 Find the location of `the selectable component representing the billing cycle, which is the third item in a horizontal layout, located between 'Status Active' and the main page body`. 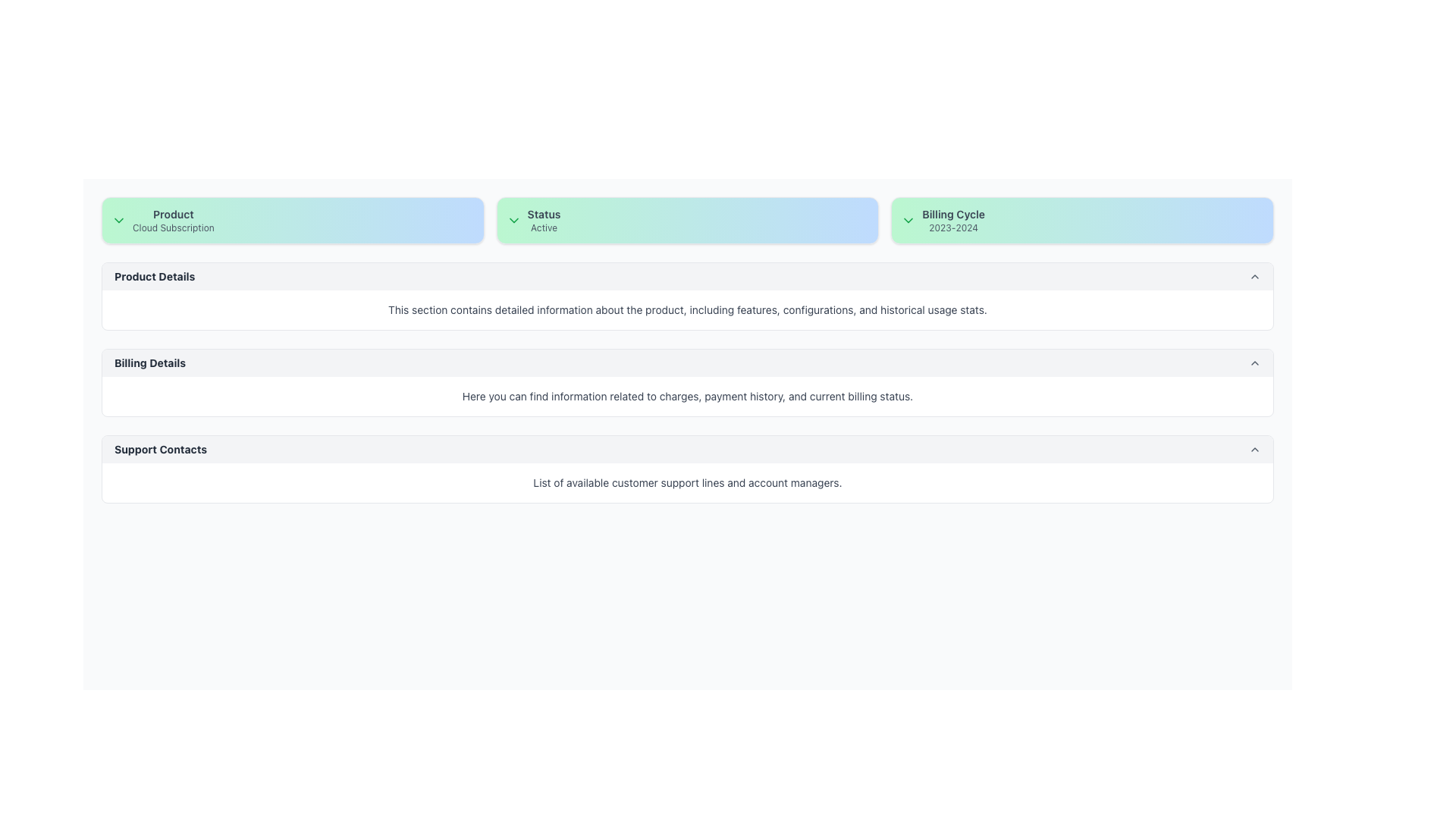

the selectable component representing the billing cycle, which is the third item in a horizontal layout, located between 'Status Active' and the main page body is located at coordinates (1081, 220).